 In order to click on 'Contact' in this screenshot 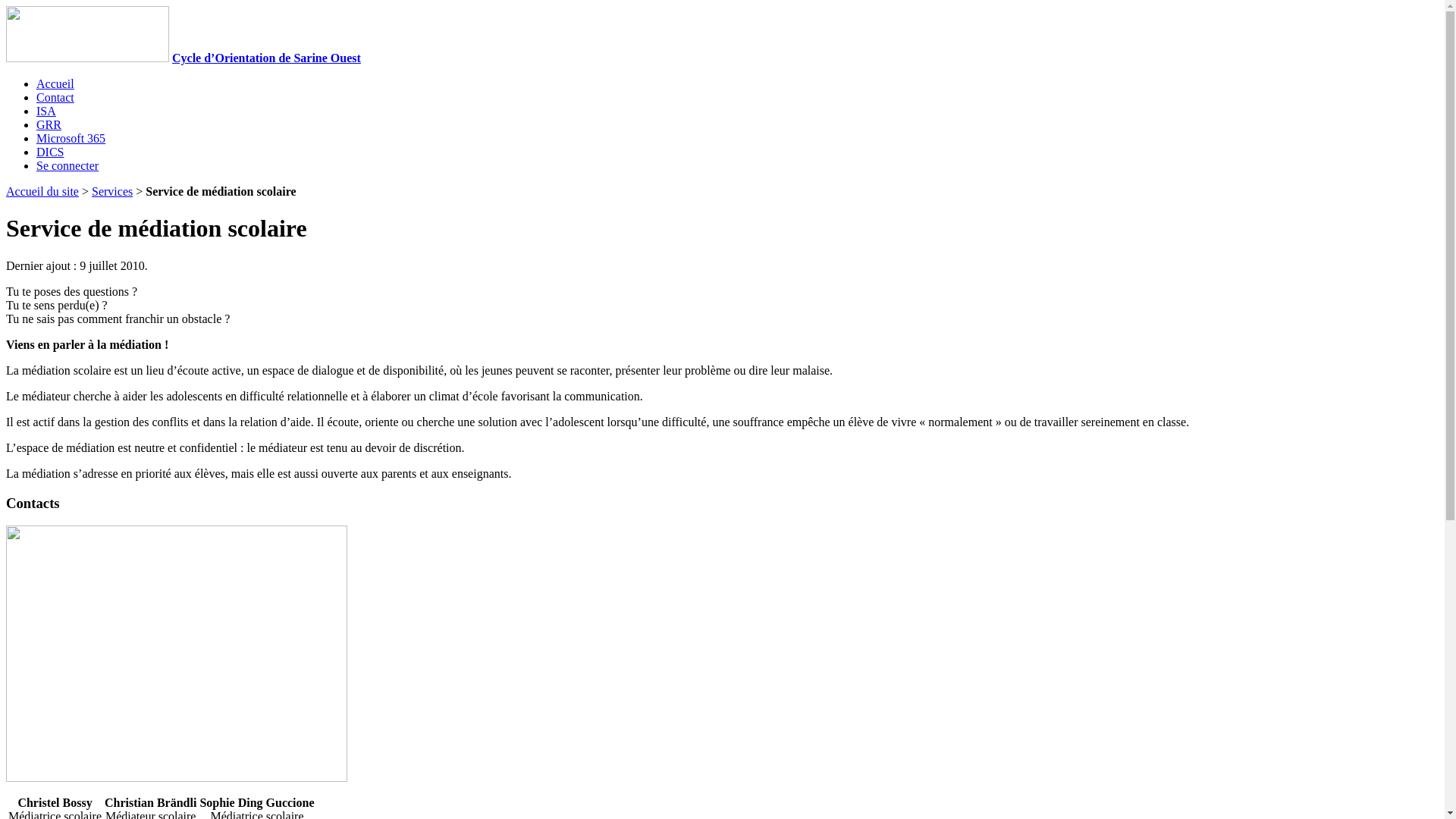, I will do `click(55, 97)`.